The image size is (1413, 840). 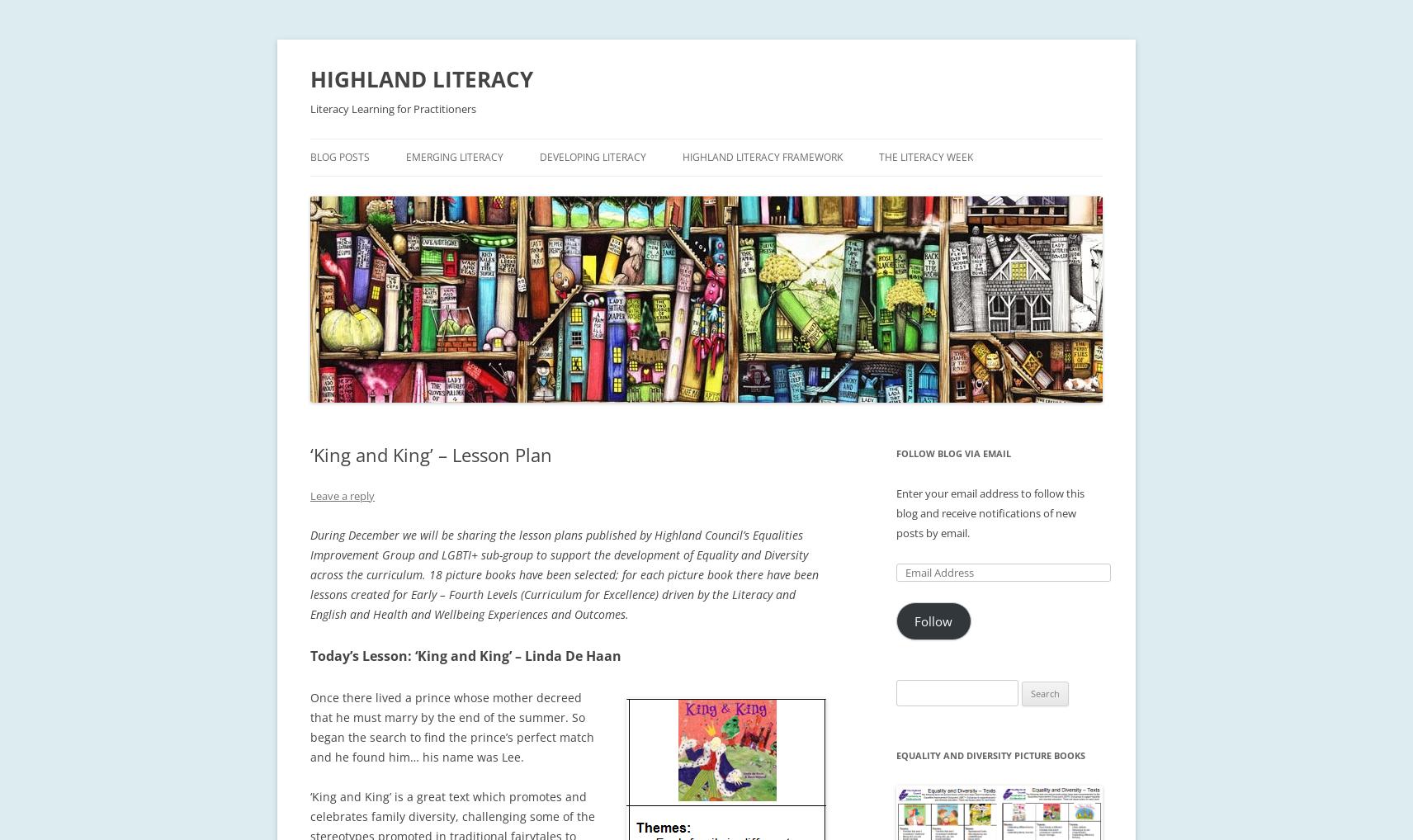 I want to click on 'HIGHLAND LITERACY', so click(x=310, y=78).